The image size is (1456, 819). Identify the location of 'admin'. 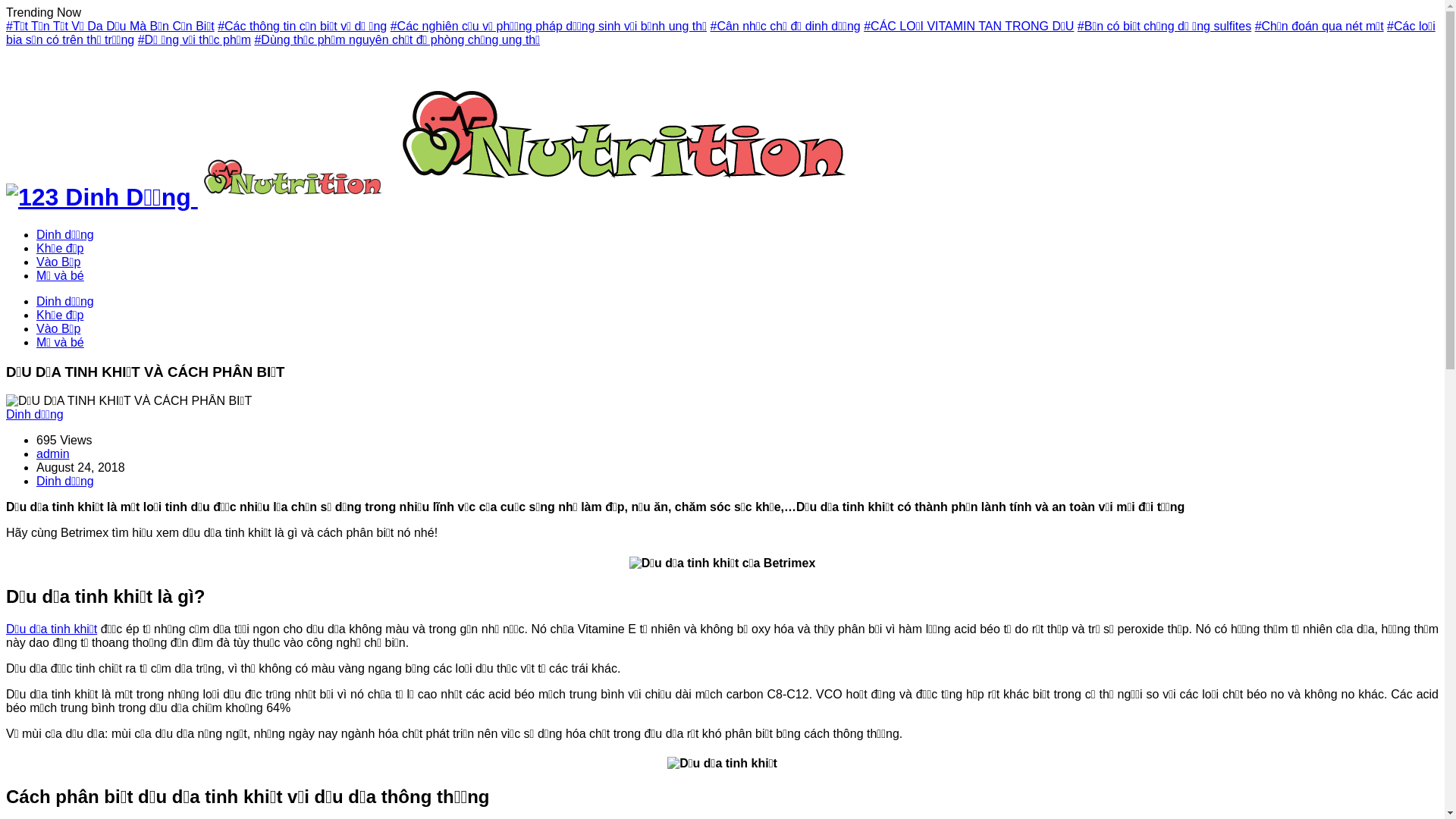
(53, 453).